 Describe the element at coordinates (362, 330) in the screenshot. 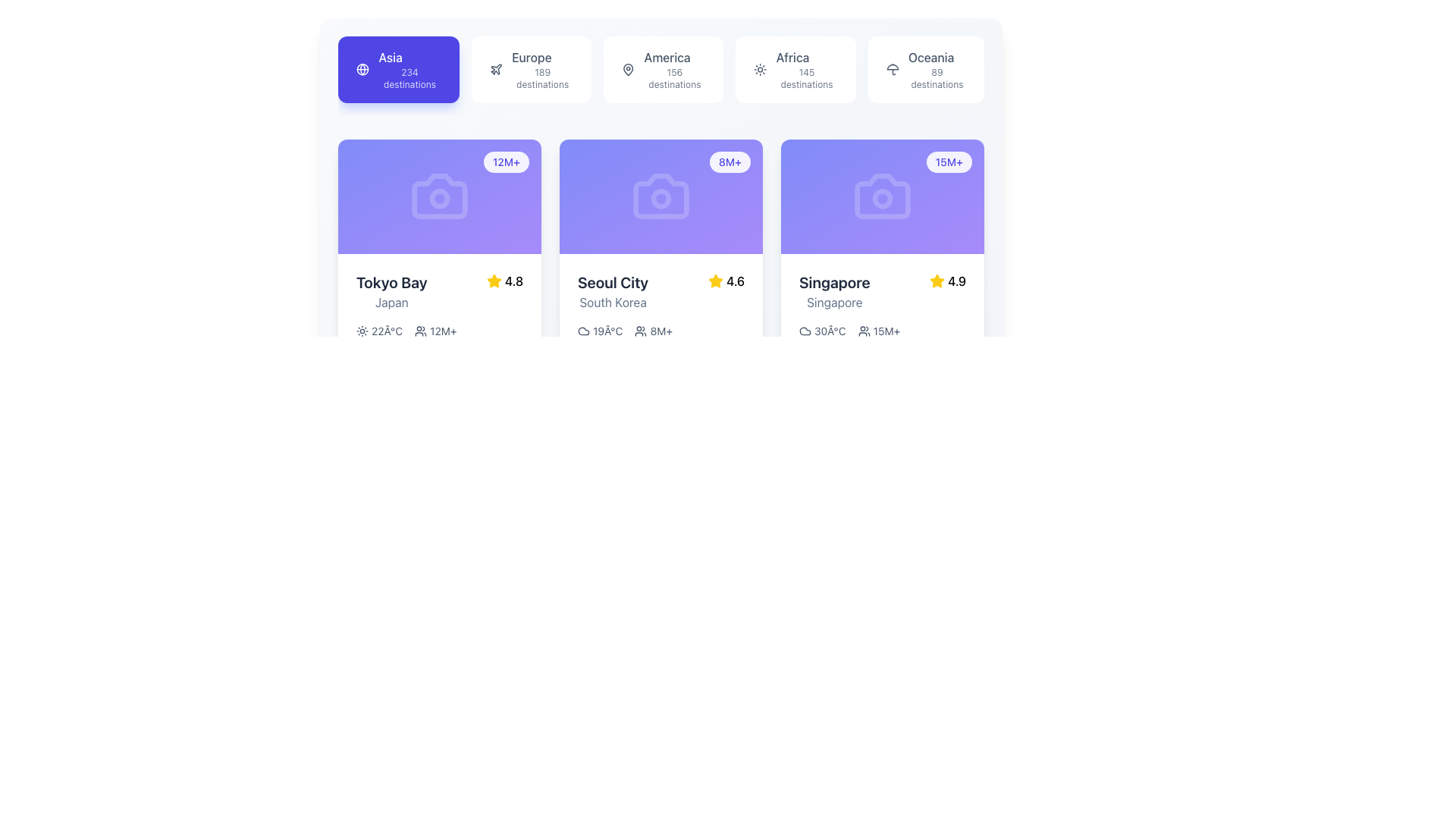

I see `the sunny weather icon located to the left of the temperature text ('22°C') within the Tokyo Bay card in the weather information group` at that location.